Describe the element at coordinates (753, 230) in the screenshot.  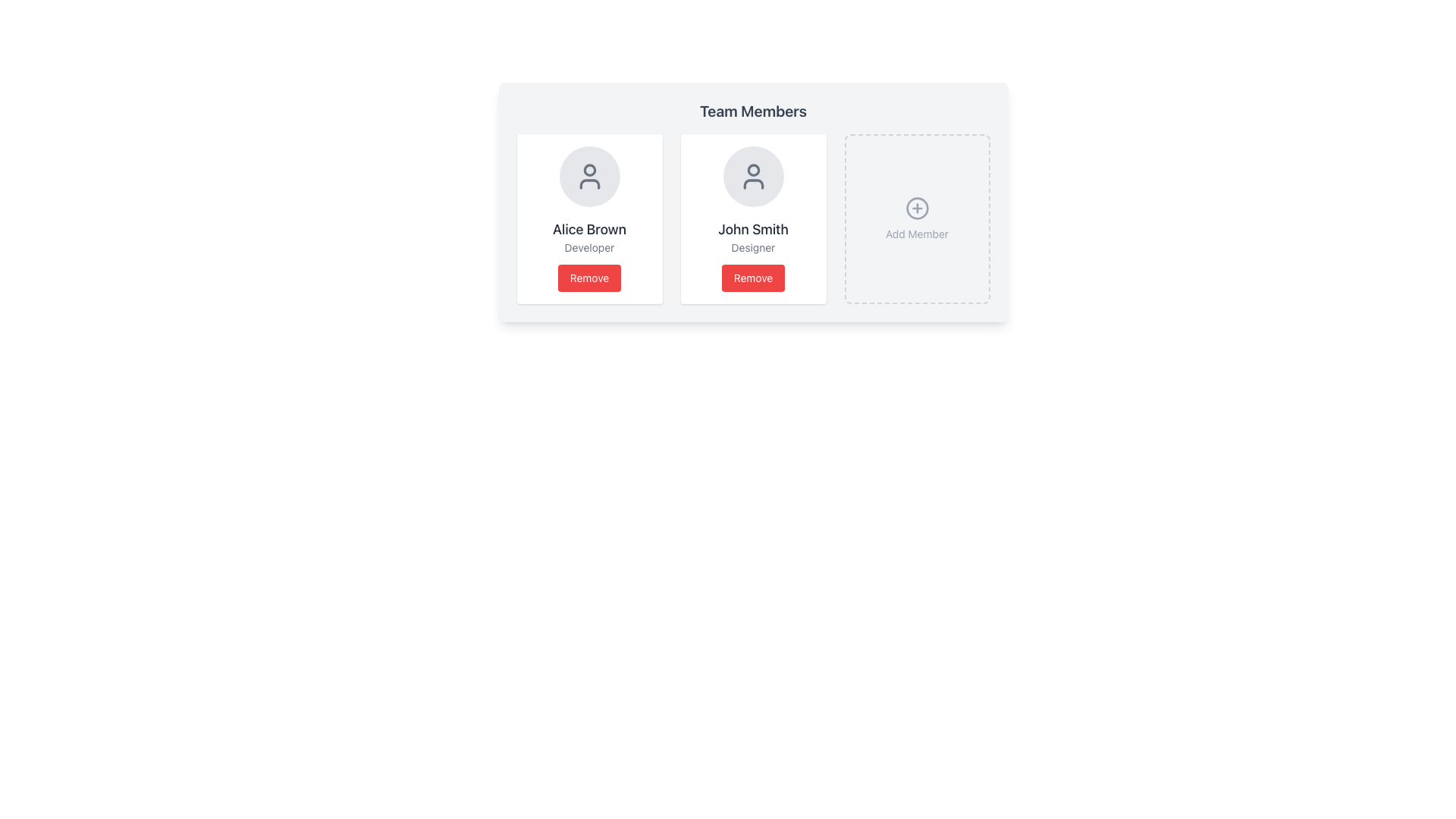
I see `the text label displaying 'John Smith' which identifies a team member in the second card under the 'Team Members' section` at that location.